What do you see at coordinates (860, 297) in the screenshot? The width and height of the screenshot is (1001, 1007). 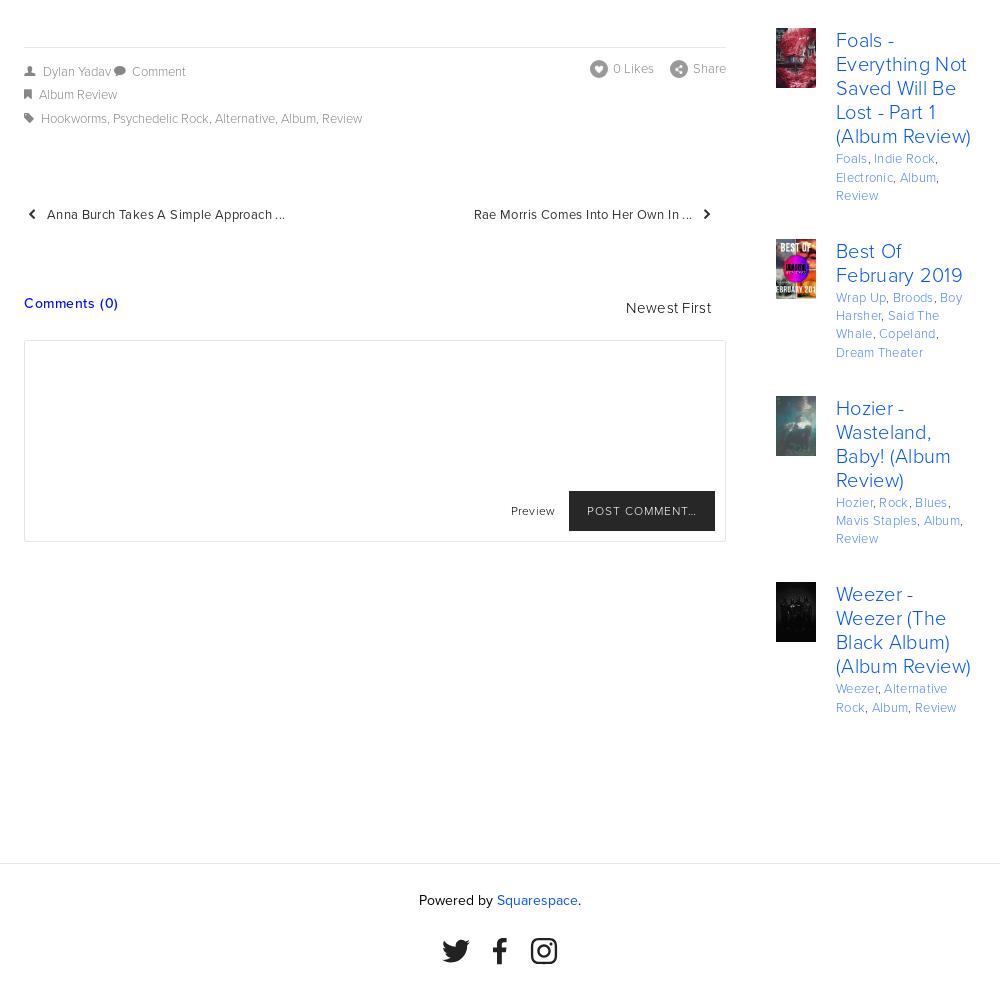 I see `'Wrap Up'` at bounding box center [860, 297].